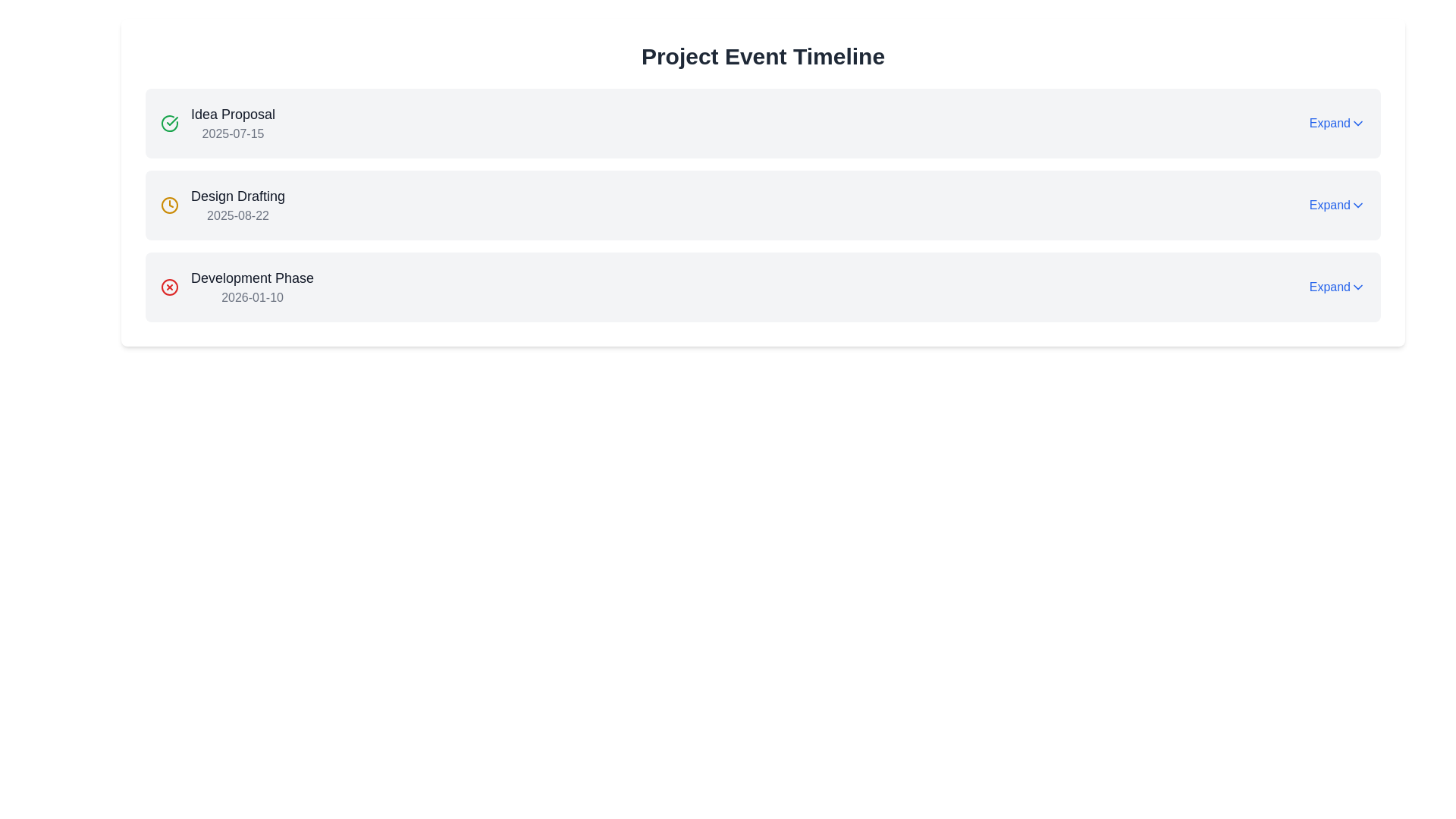  Describe the element at coordinates (1337, 205) in the screenshot. I see `the clickable link with an adjacent icon on the far-right side of the 'Design Drafting' row` at that location.